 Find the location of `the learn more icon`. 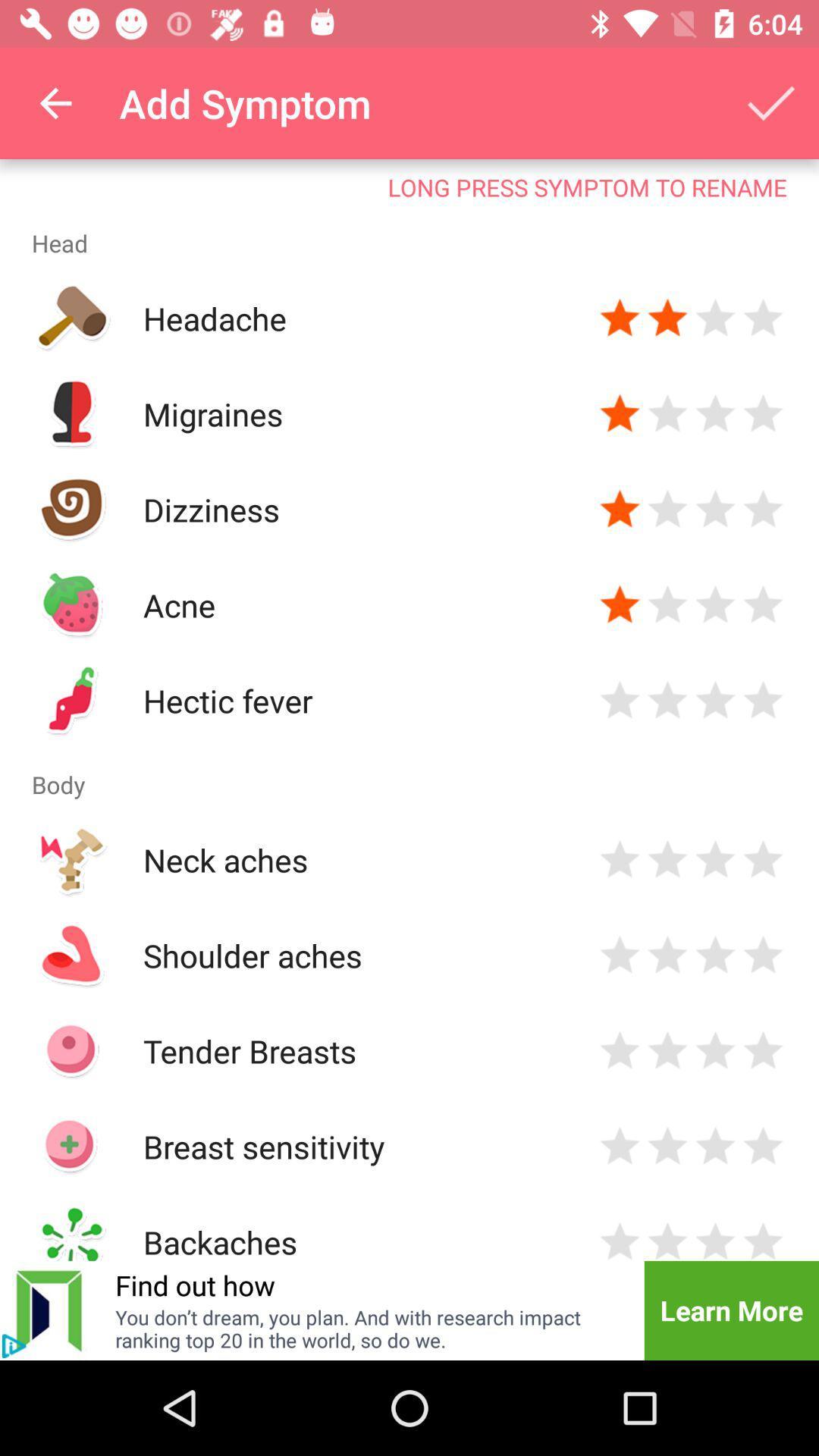

the learn more icon is located at coordinates (730, 1310).